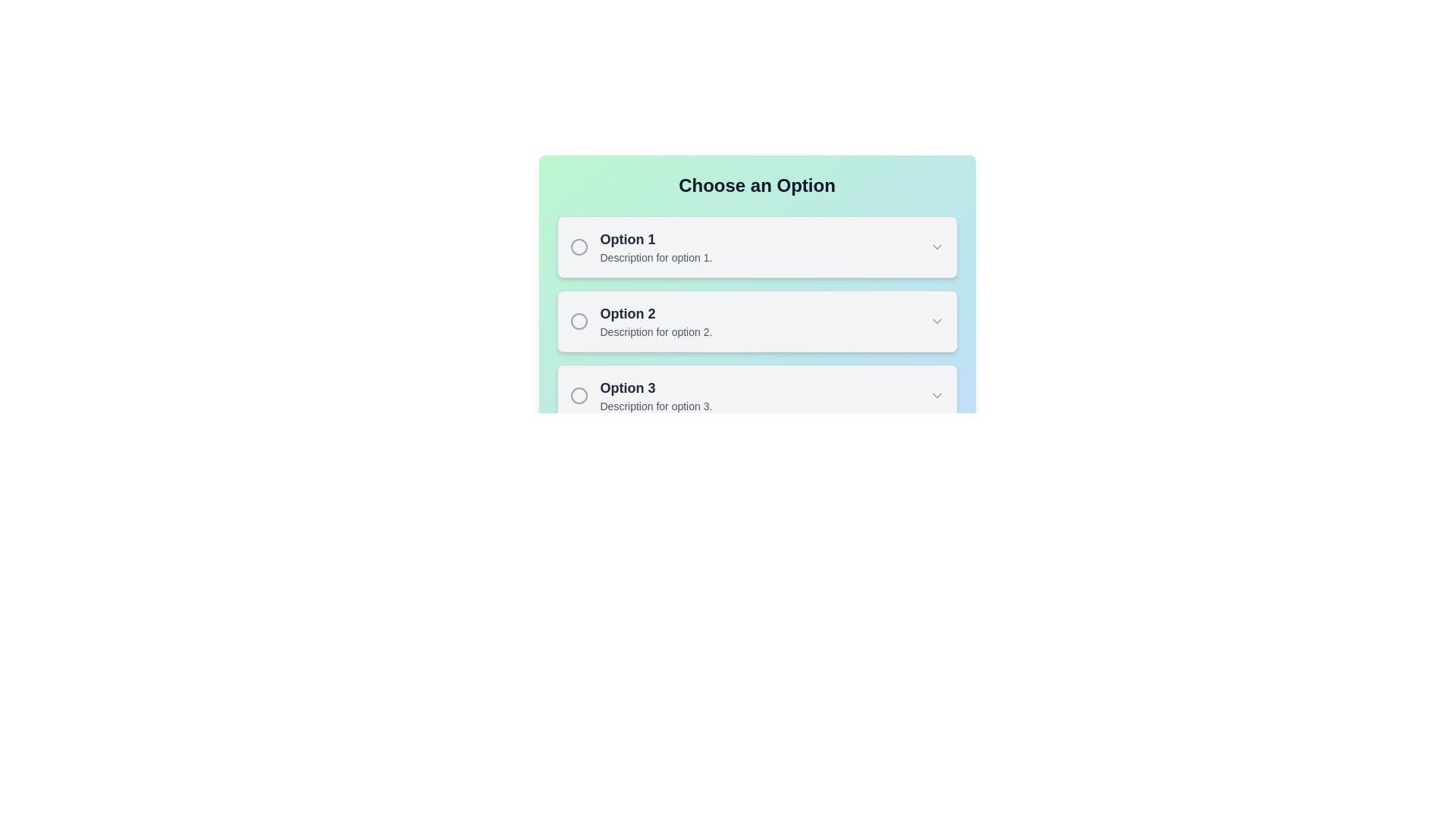 The width and height of the screenshot is (1456, 819). Describe the element at coordinates (656, 394) in the screenshot. I see `text contents of the text label displaying 'Option 3' and its description 'Description for option 3.'` at that location.